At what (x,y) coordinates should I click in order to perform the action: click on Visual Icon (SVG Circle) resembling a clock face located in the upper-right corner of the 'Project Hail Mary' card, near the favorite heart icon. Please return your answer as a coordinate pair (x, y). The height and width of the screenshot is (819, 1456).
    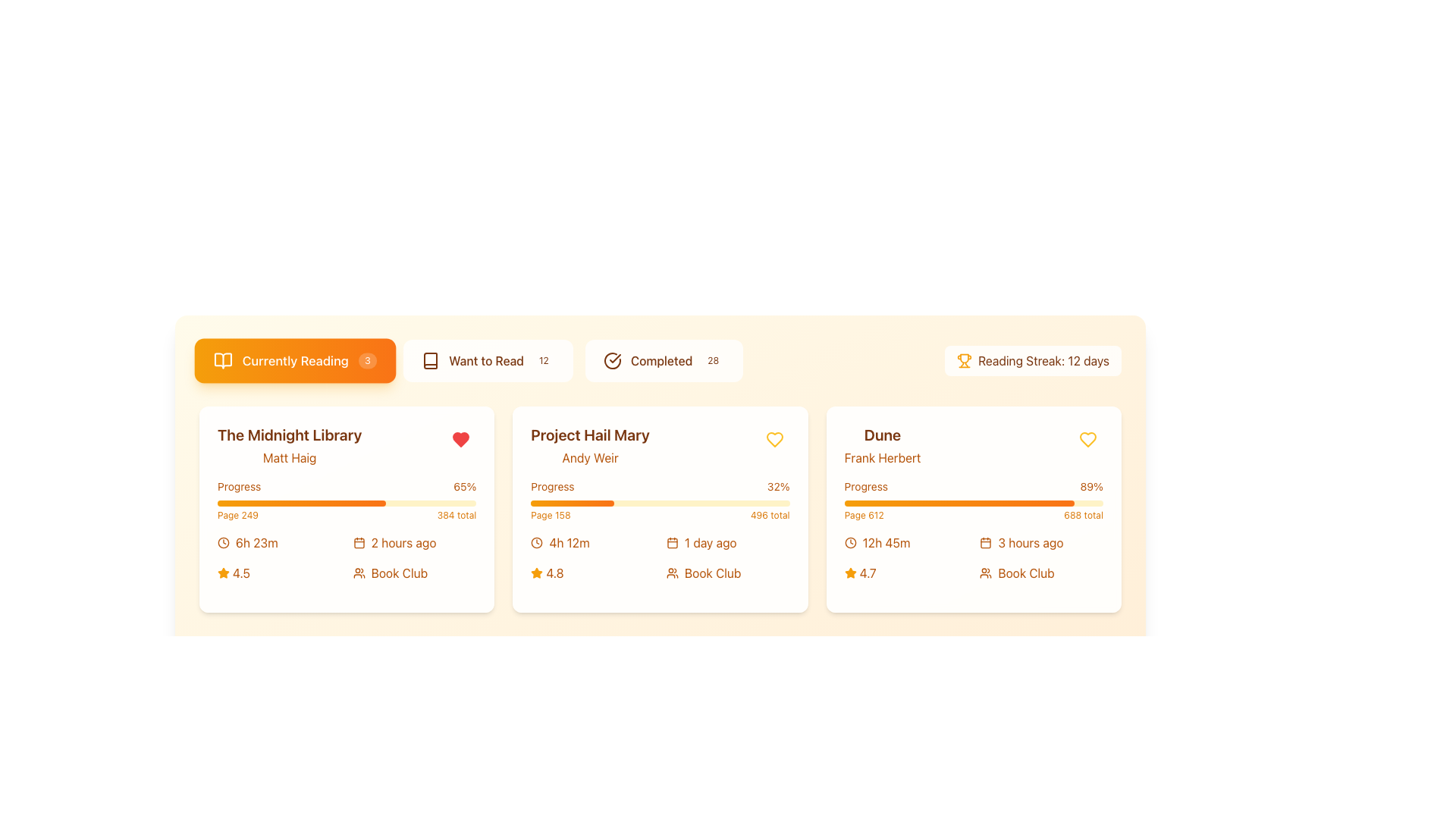
    Looking at the image, I should click on (537, 542).